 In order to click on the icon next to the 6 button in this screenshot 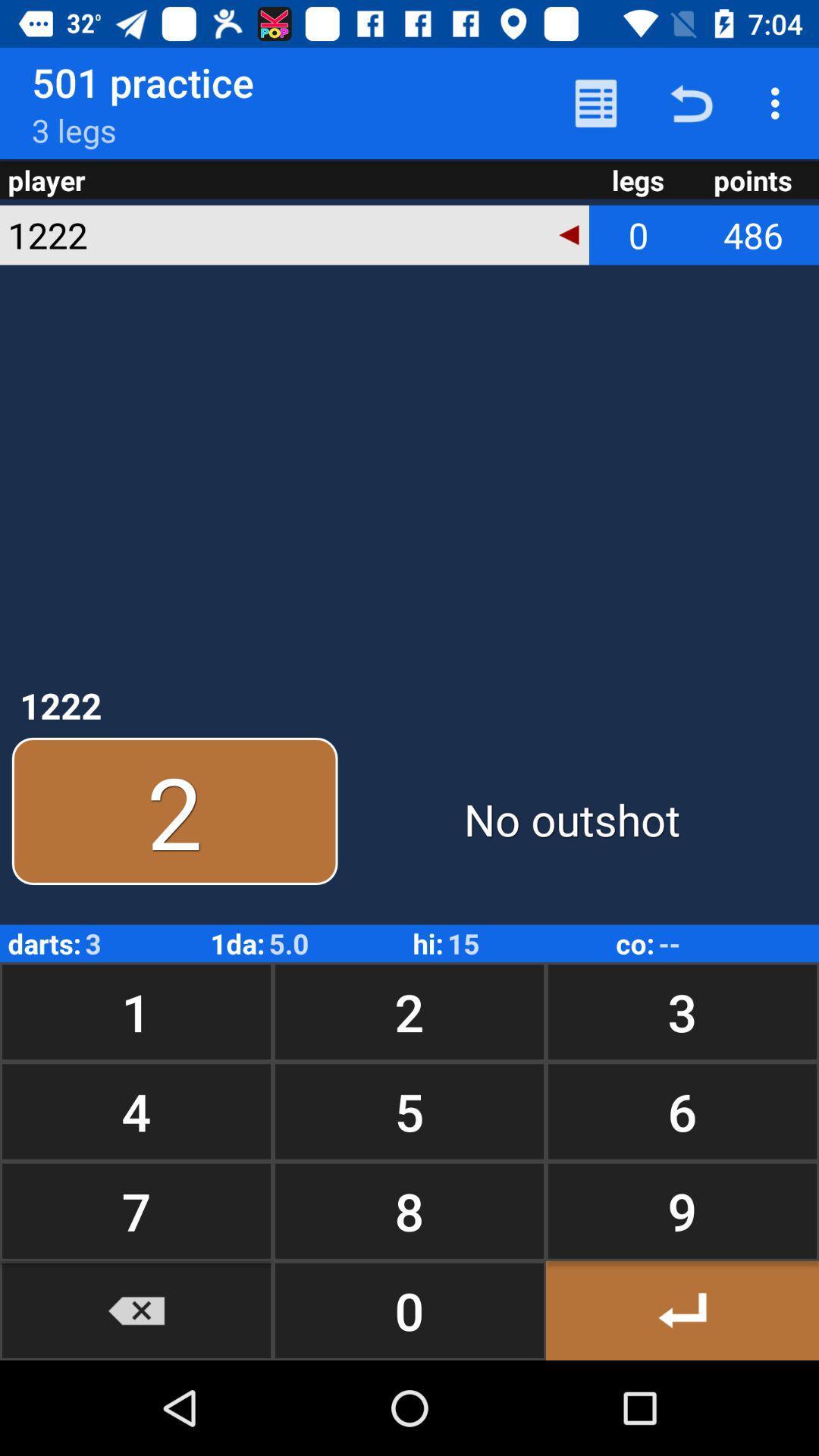, I will do `click(409, 1210)`.